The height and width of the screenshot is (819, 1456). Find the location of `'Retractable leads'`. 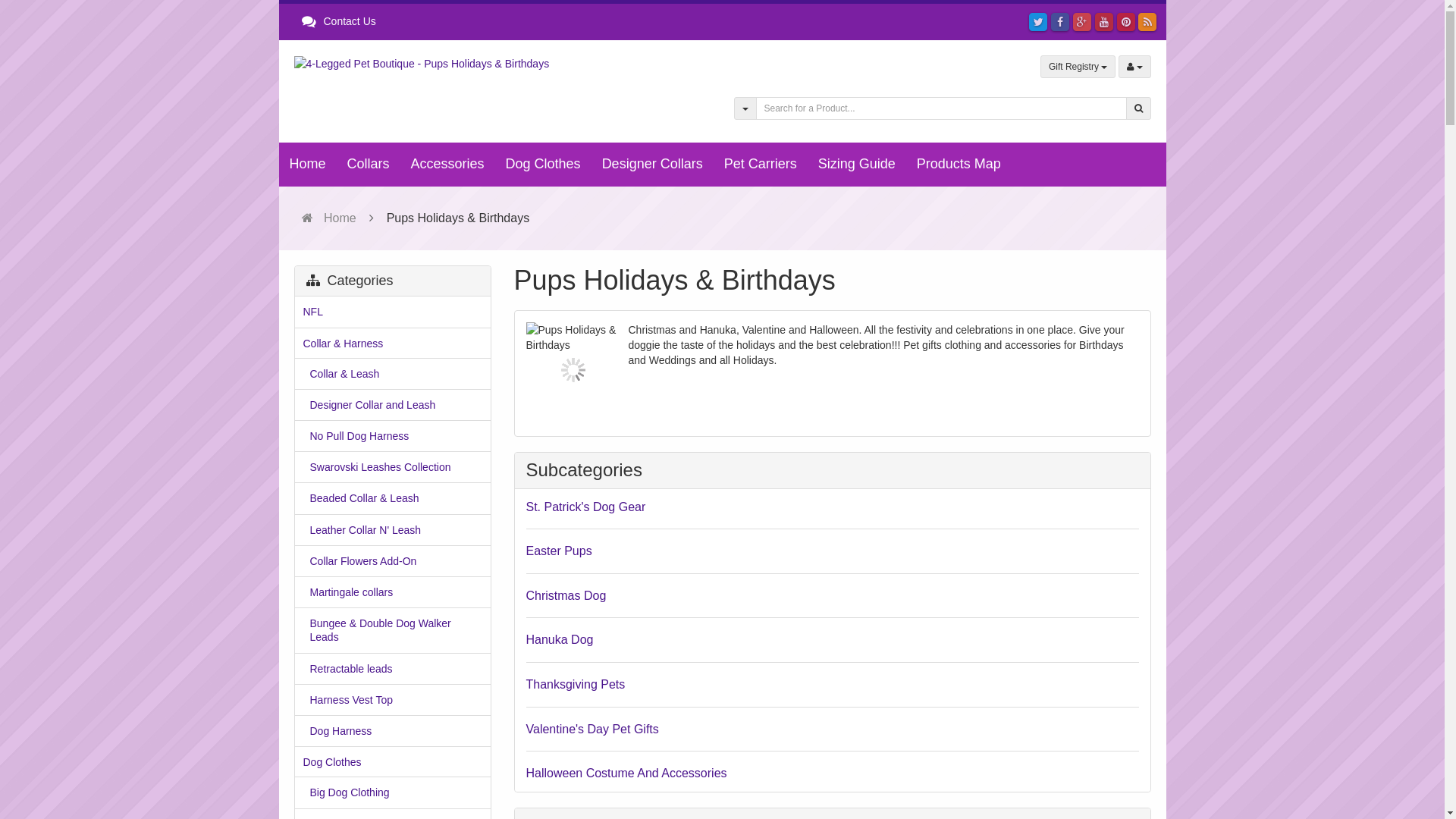

'Retractable leads' is located at coordinates (392, 667).